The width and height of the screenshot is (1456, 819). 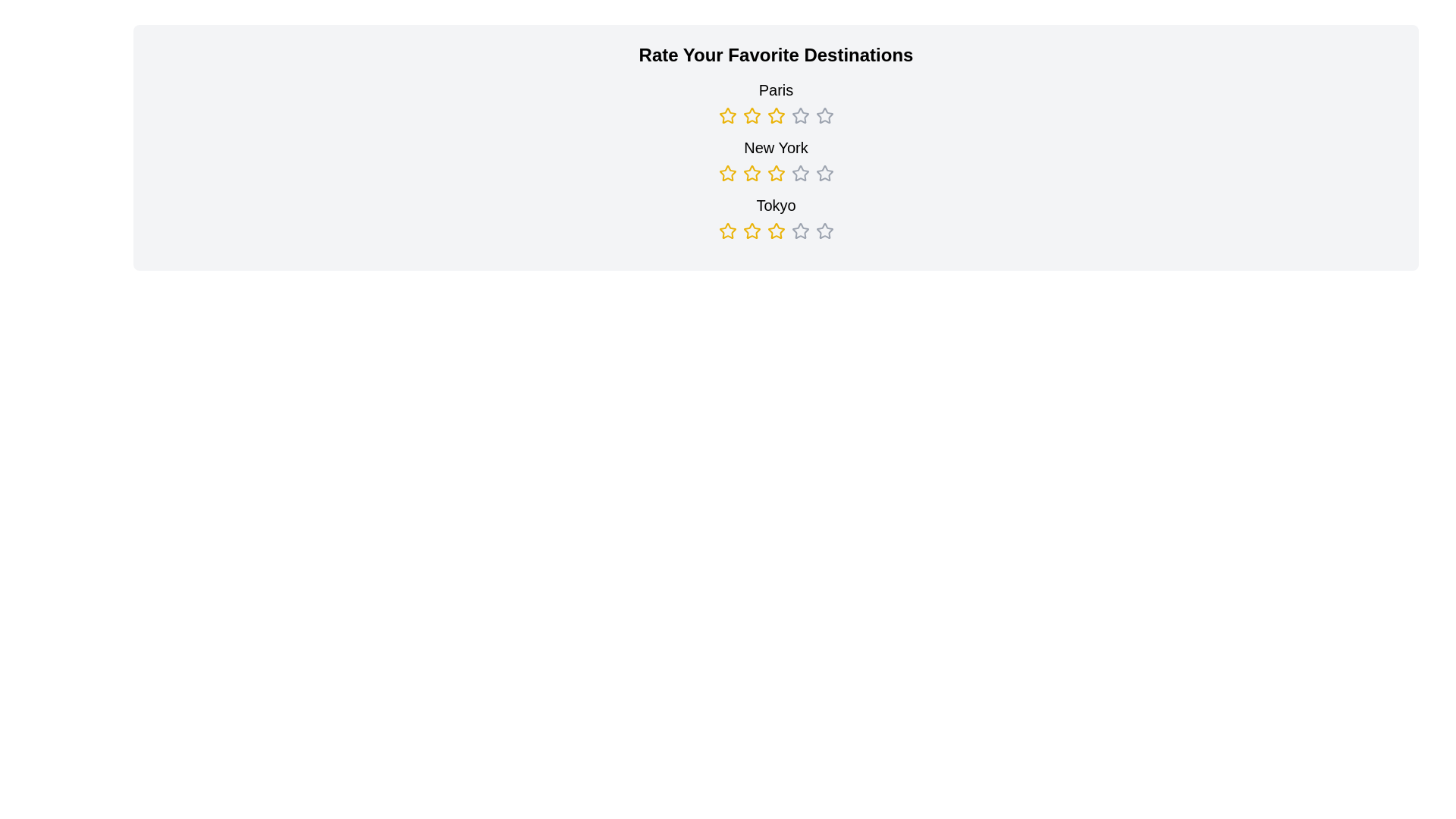 I want to click on one of the star icons in the Rating component for 'Tokyo' to update the rating, so click(x=776, y=217).